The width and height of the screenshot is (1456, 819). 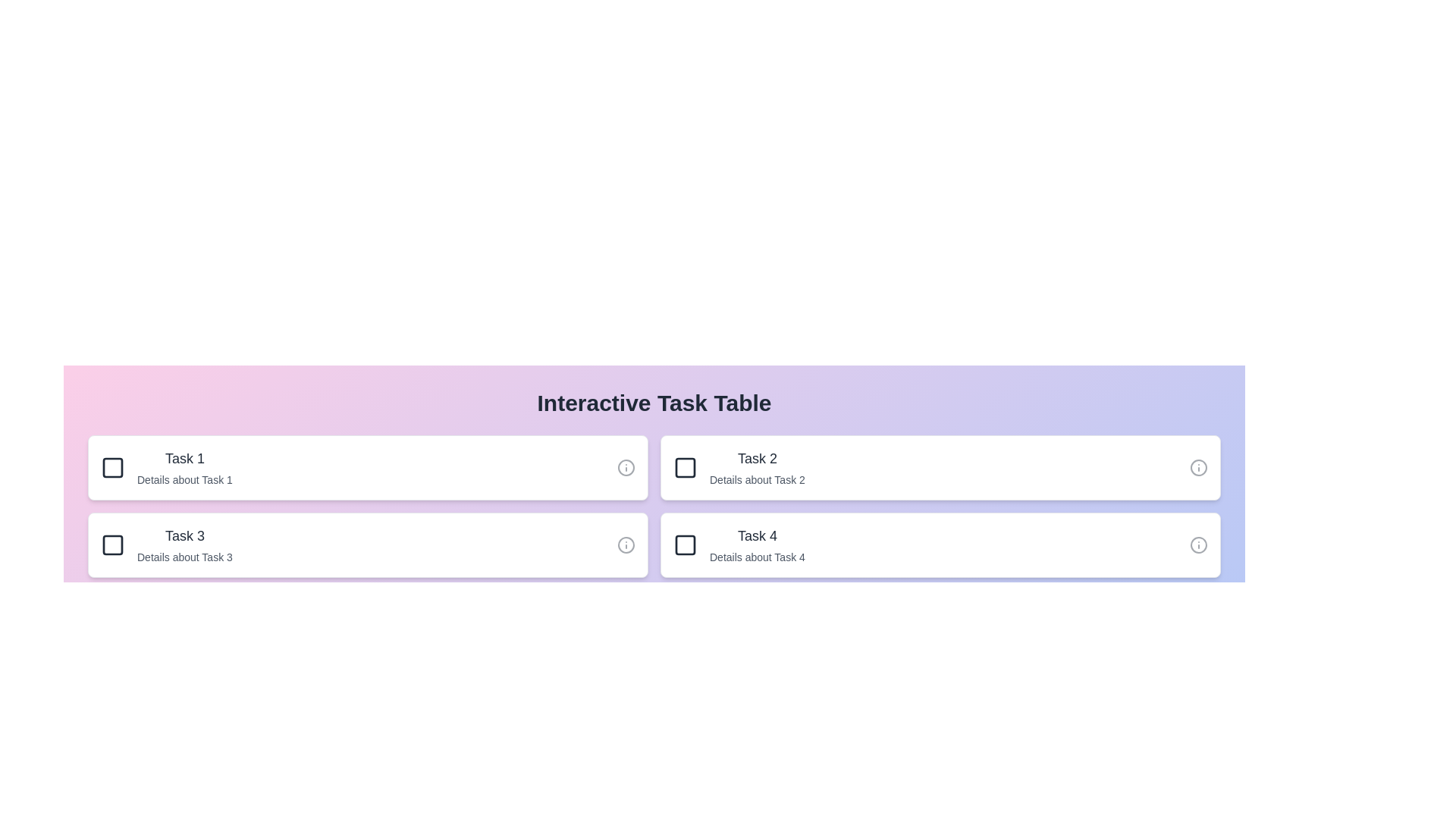 I want to click on checkbox next to task 1 to mark it as completed, so click(x=111, y=467).